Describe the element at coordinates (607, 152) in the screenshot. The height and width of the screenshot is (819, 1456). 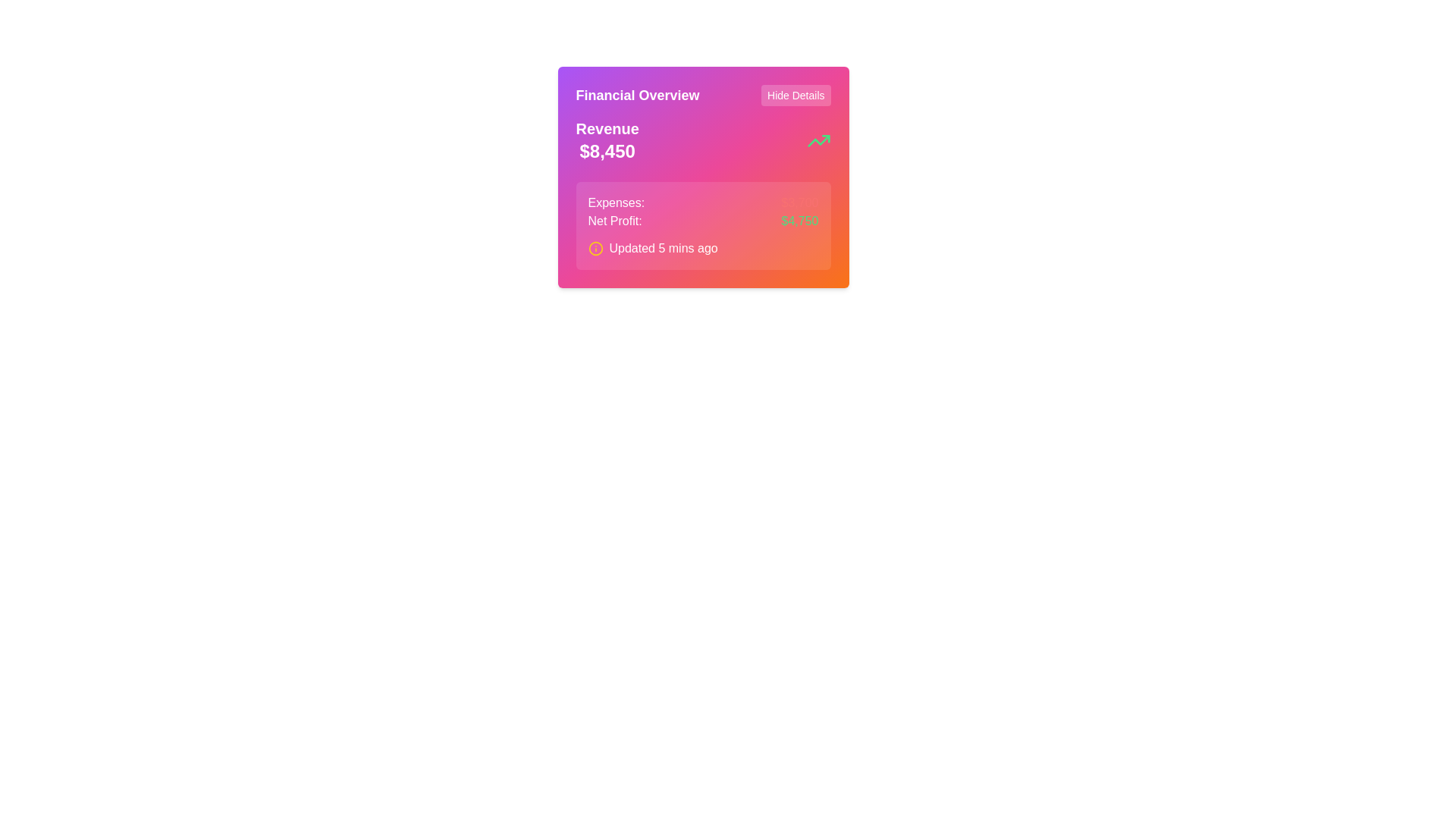
I see `the static text label displaying the revenue amount, which is located below the 'Revenue' label in the 'Financial Overview' card layout` at that location.